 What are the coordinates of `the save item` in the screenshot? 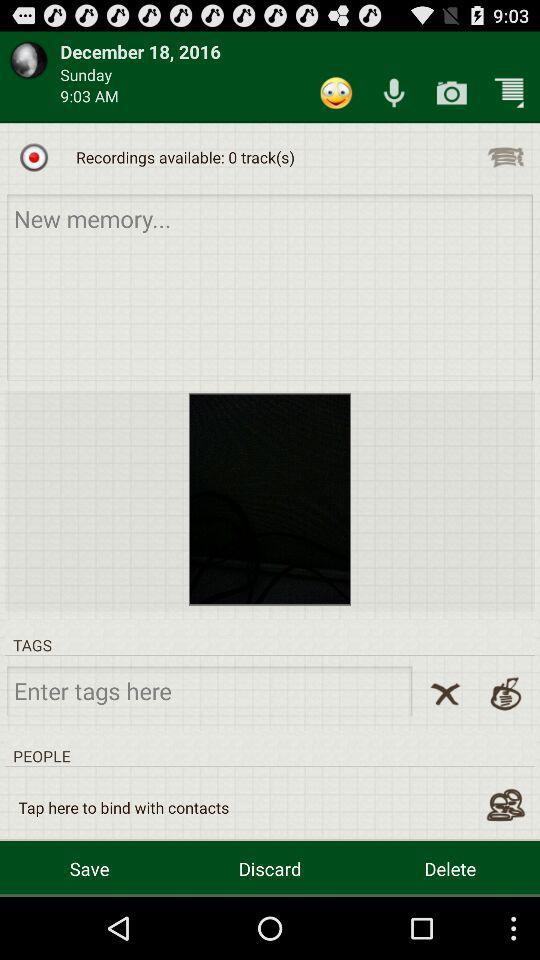 It's located at (88, 867).